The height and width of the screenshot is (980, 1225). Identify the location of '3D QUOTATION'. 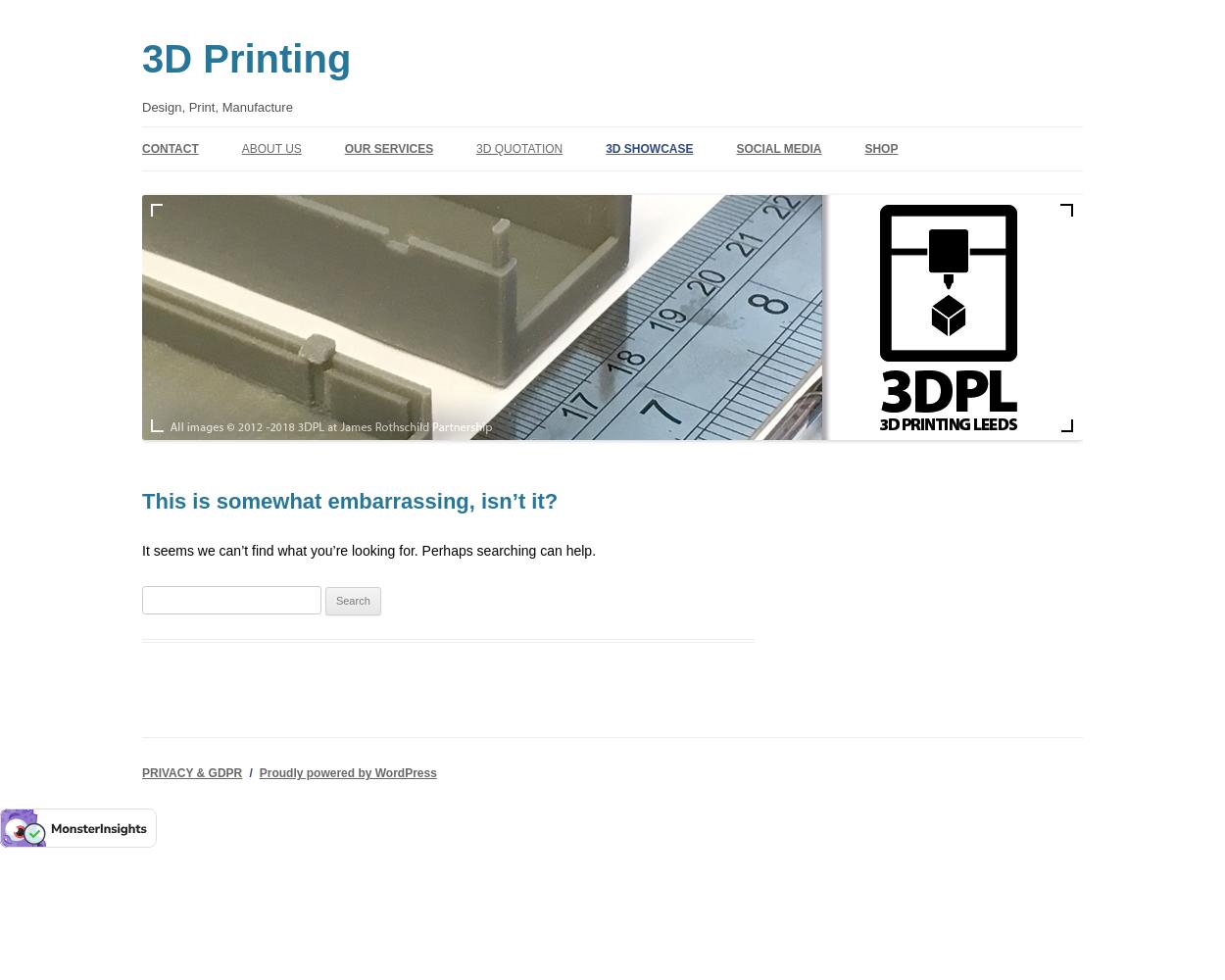
(519, 148).